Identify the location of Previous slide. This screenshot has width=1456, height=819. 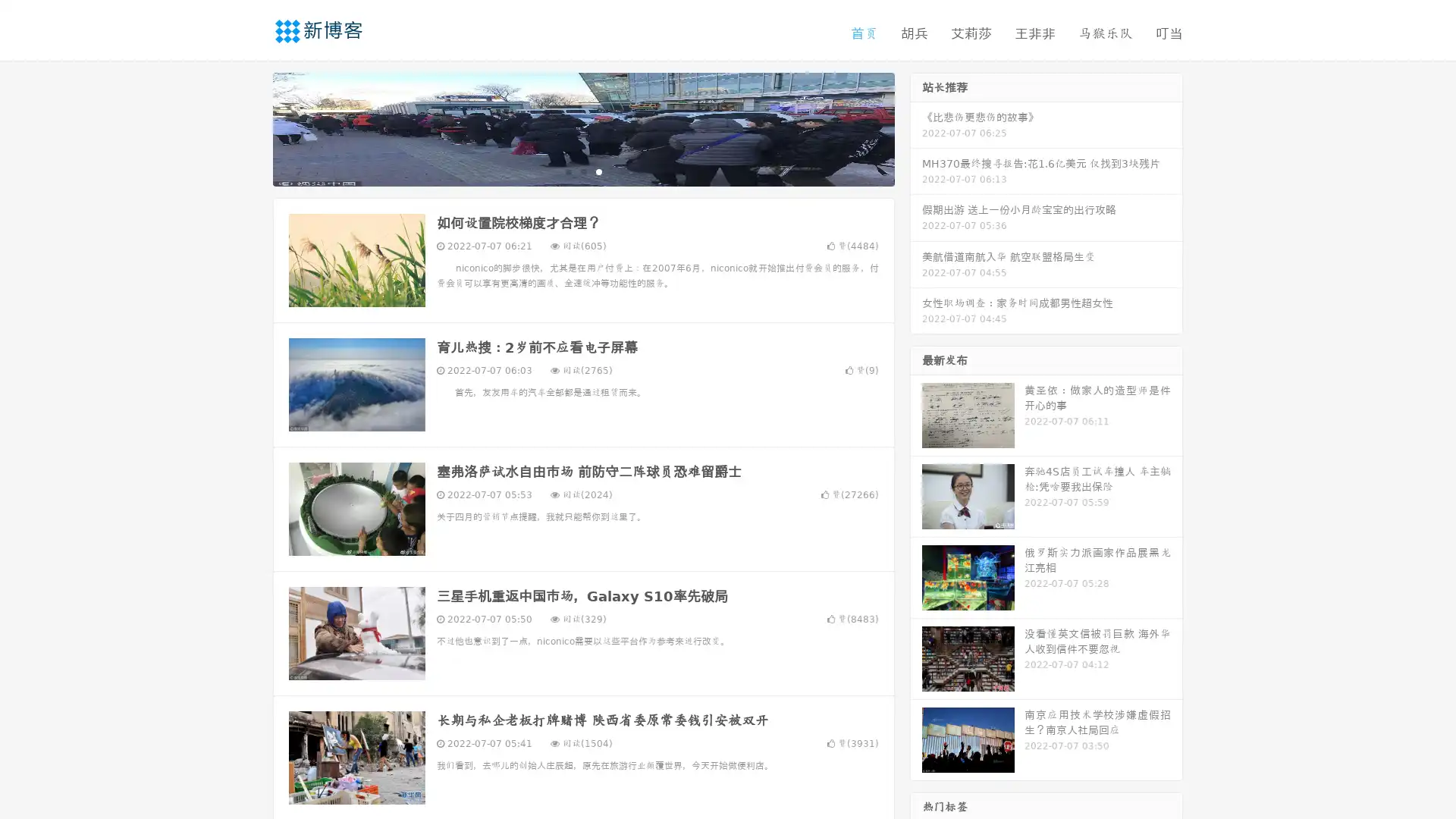
(250, 127).